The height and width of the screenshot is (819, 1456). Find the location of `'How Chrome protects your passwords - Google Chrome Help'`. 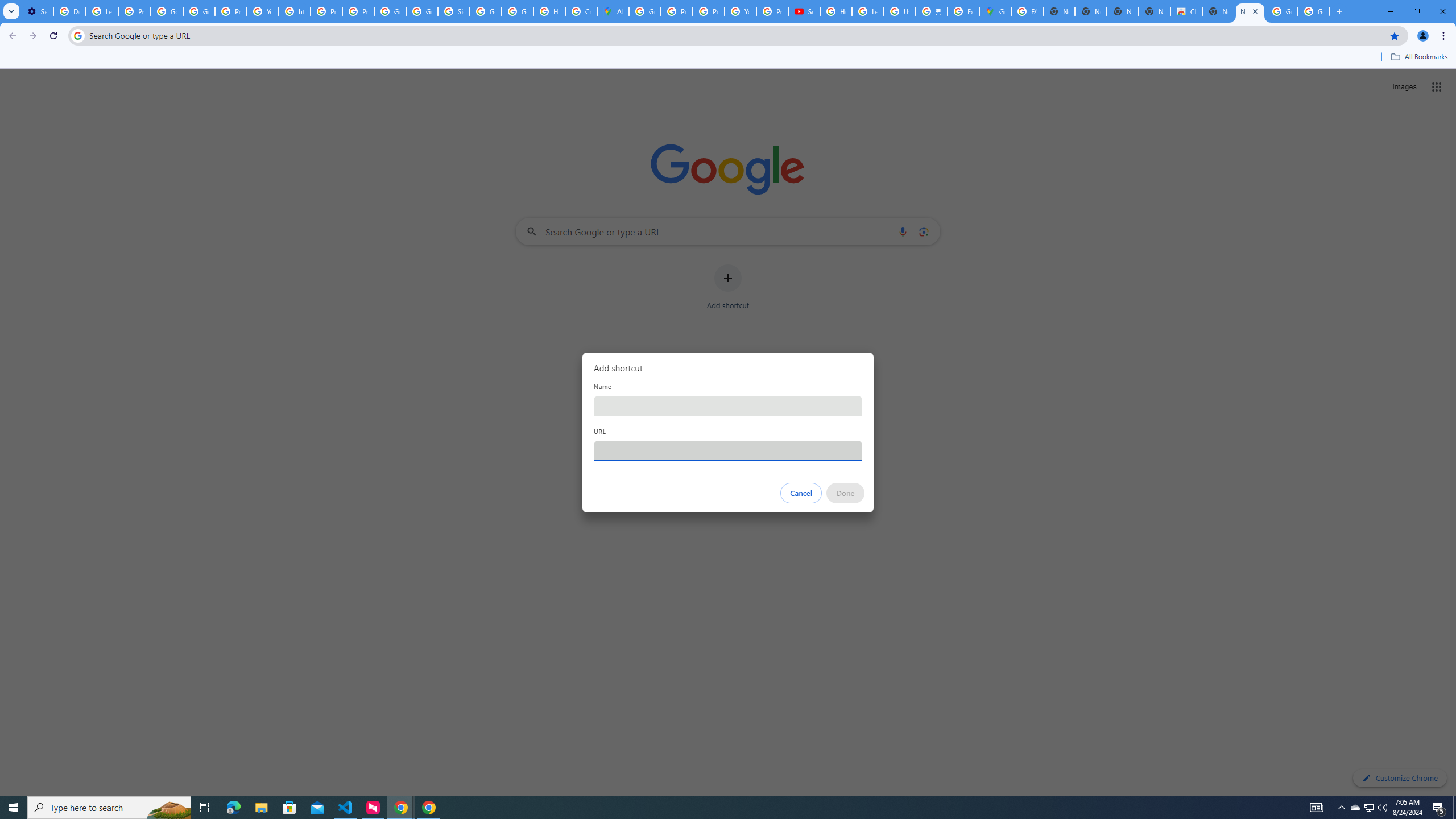

'How Chrome protects your passwords - Google Chrome Help' is located at coordinates (835, 11).